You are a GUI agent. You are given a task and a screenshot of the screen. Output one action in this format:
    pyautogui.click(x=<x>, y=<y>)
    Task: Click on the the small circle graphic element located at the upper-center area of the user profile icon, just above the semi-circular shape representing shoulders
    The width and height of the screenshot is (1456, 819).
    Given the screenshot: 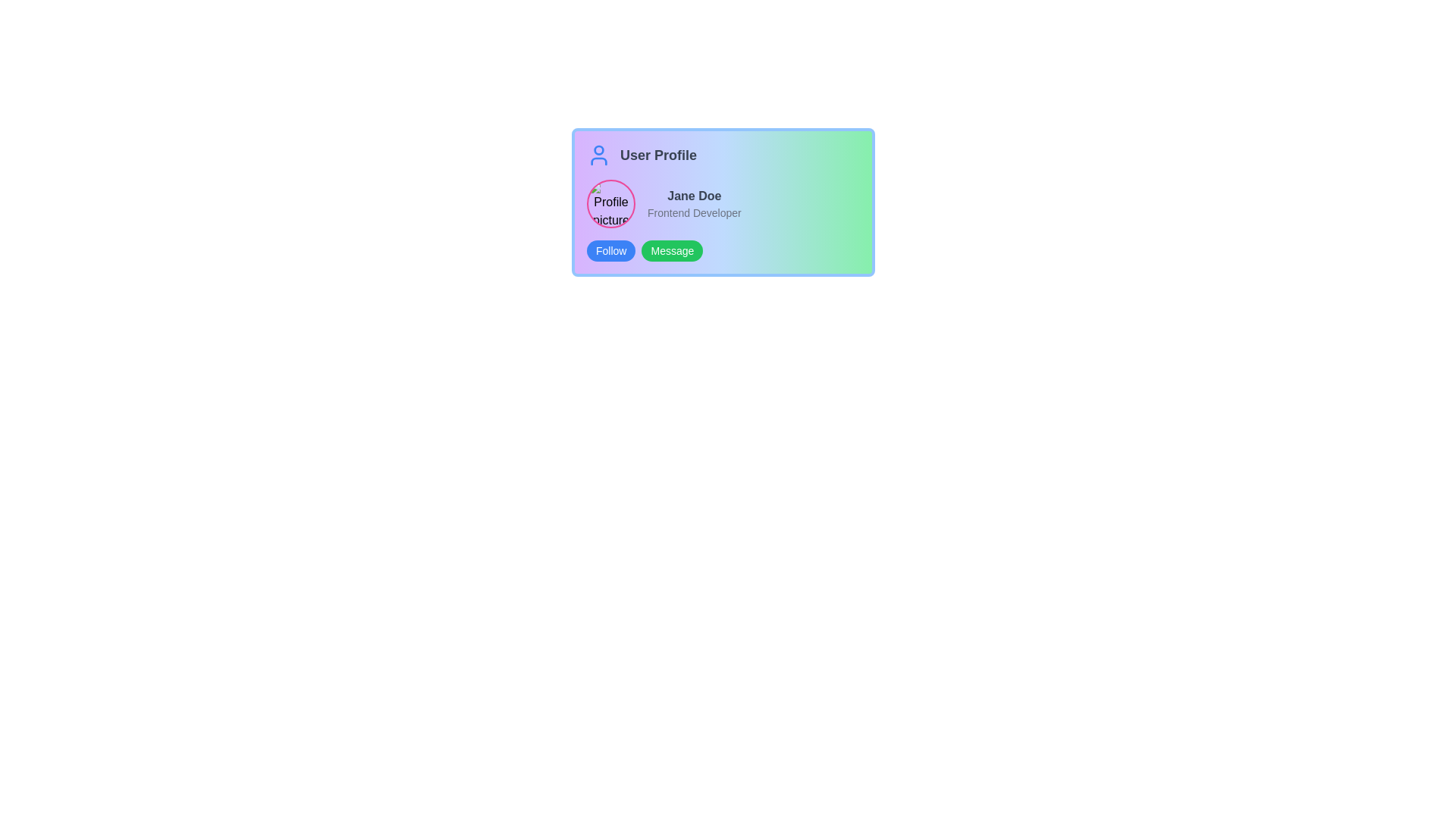 What is the action you would take?
    pyautogui.click(x=598, y=149)
    